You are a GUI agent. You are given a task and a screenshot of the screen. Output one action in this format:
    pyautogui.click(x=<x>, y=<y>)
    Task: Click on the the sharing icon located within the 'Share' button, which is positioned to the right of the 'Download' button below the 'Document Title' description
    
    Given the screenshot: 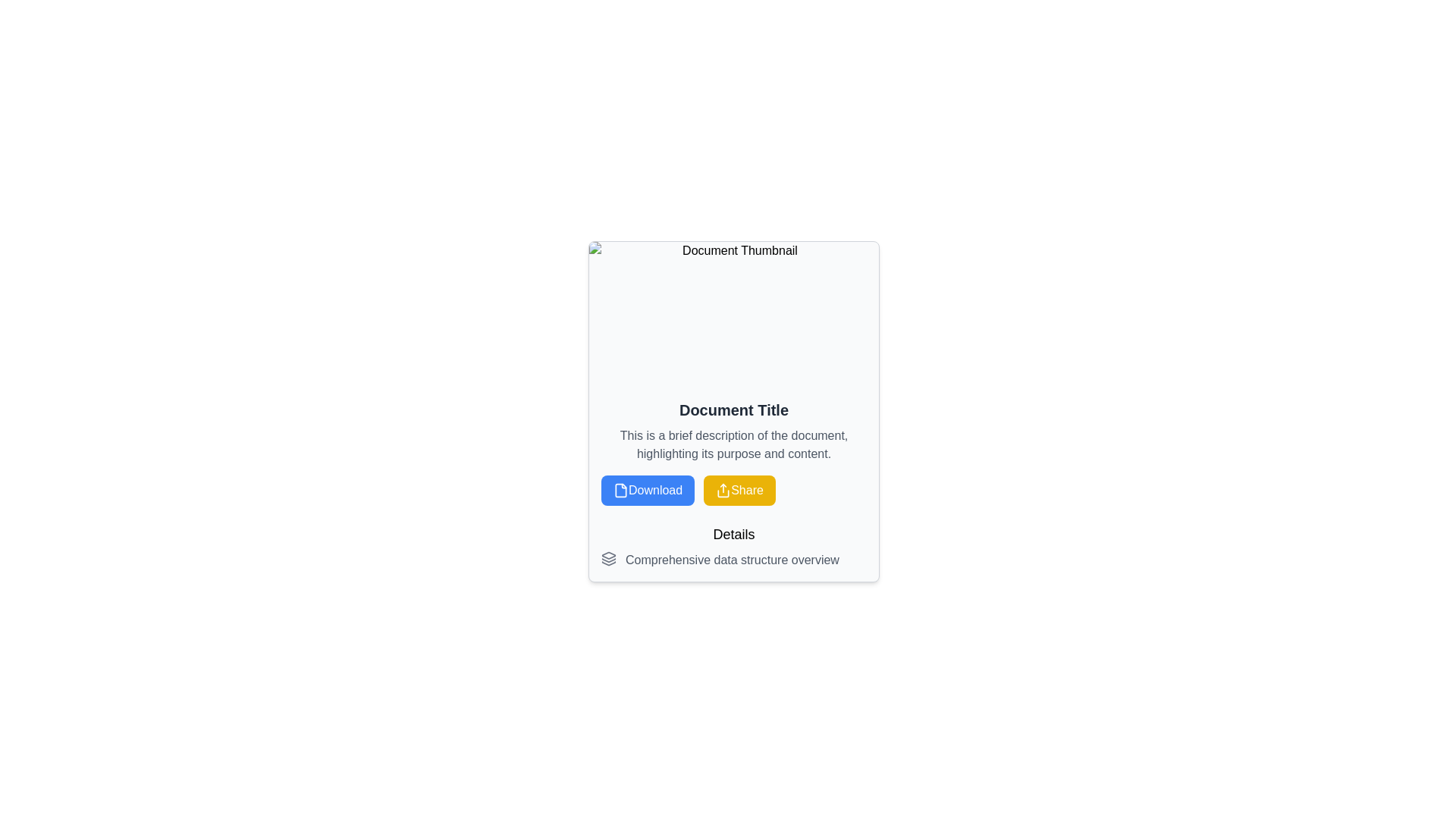 What is the action you would take?
    pyautogui.click(x=723, y=491)
    